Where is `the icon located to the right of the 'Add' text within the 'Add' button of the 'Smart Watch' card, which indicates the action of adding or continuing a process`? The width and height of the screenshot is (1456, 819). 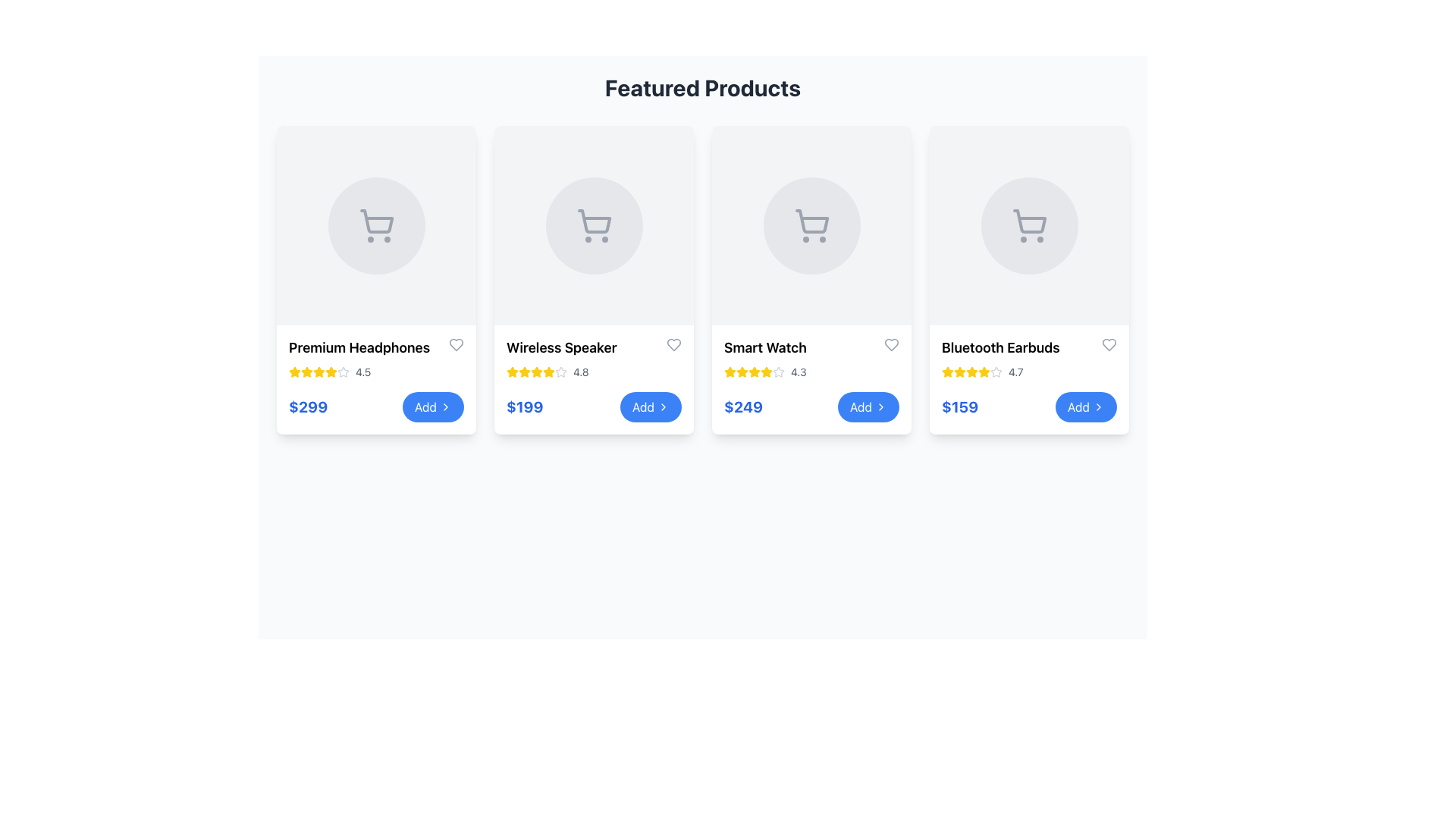 the icon located to the right of the 'Add' text within the 'Add' button of the 'Smart Watch' card, which indicates the action of adding or continuing a process is located at coordinates (880, 406).